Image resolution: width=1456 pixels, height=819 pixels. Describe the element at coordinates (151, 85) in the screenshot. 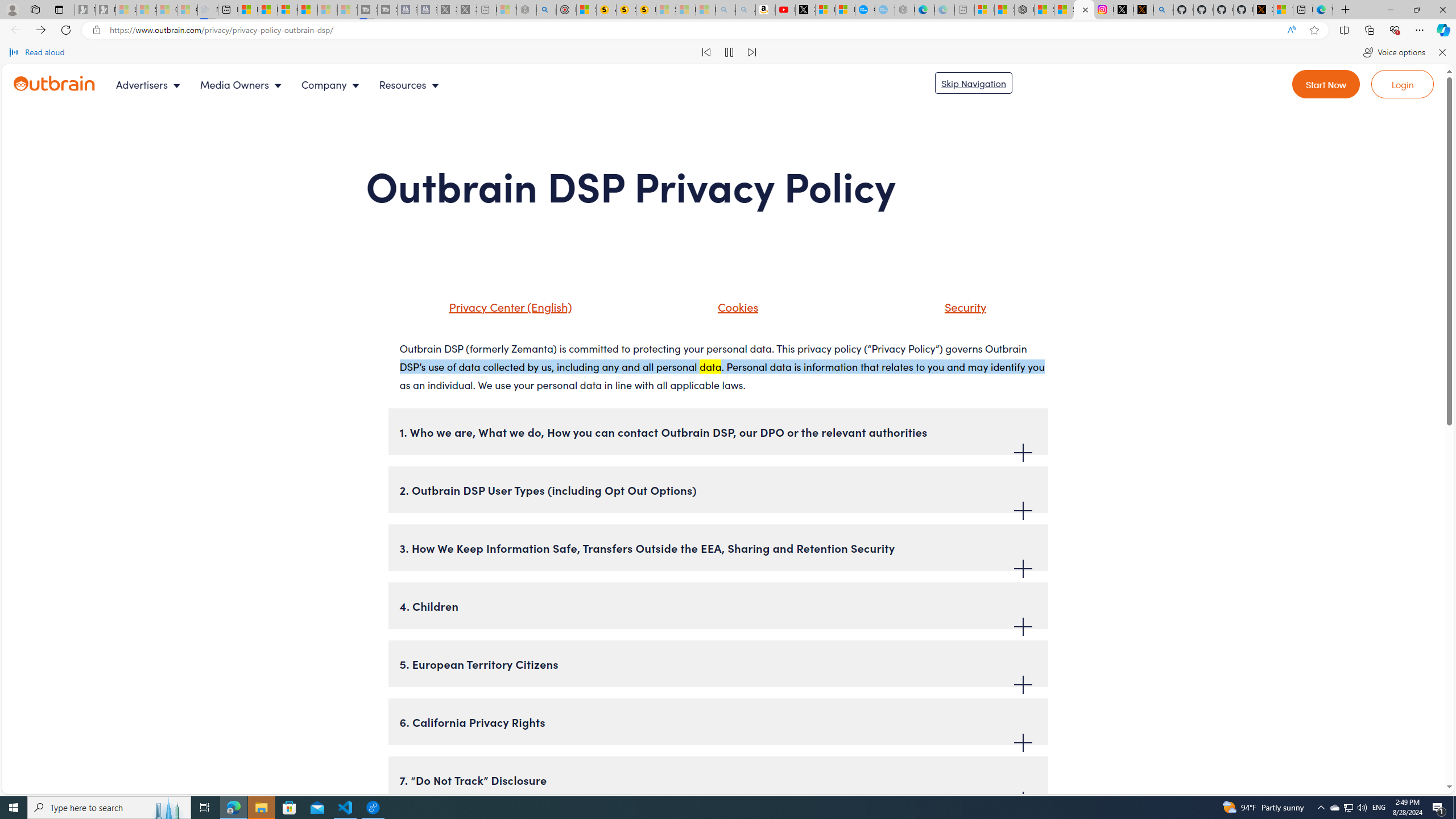

I see `'Advertisers'` at that location.